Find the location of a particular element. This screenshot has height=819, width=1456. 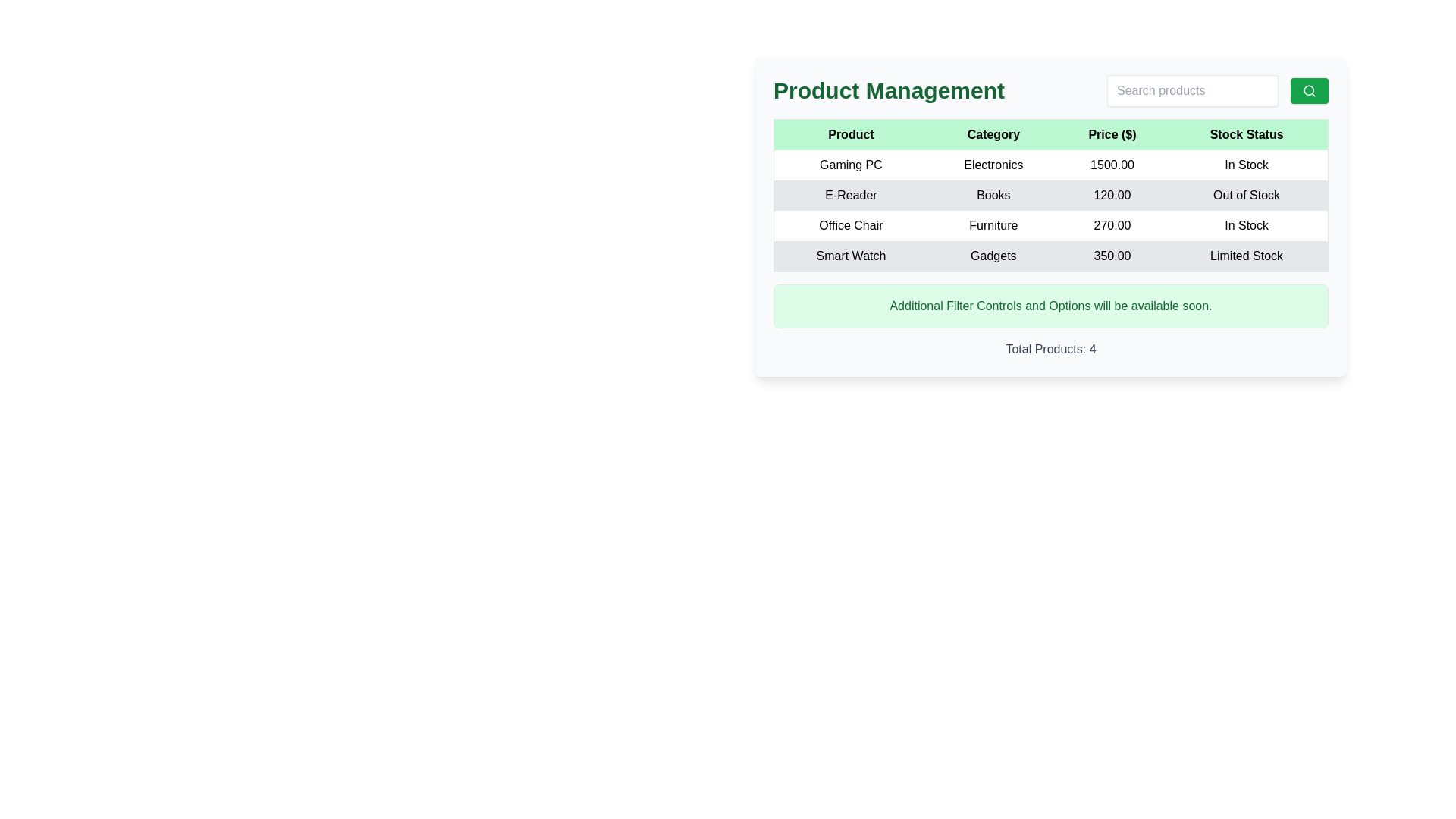

the static text indicating the stock status of the 'Gaming PC' product, which shows that the product is currently available for purchase is located at coordinates (1247, 165).